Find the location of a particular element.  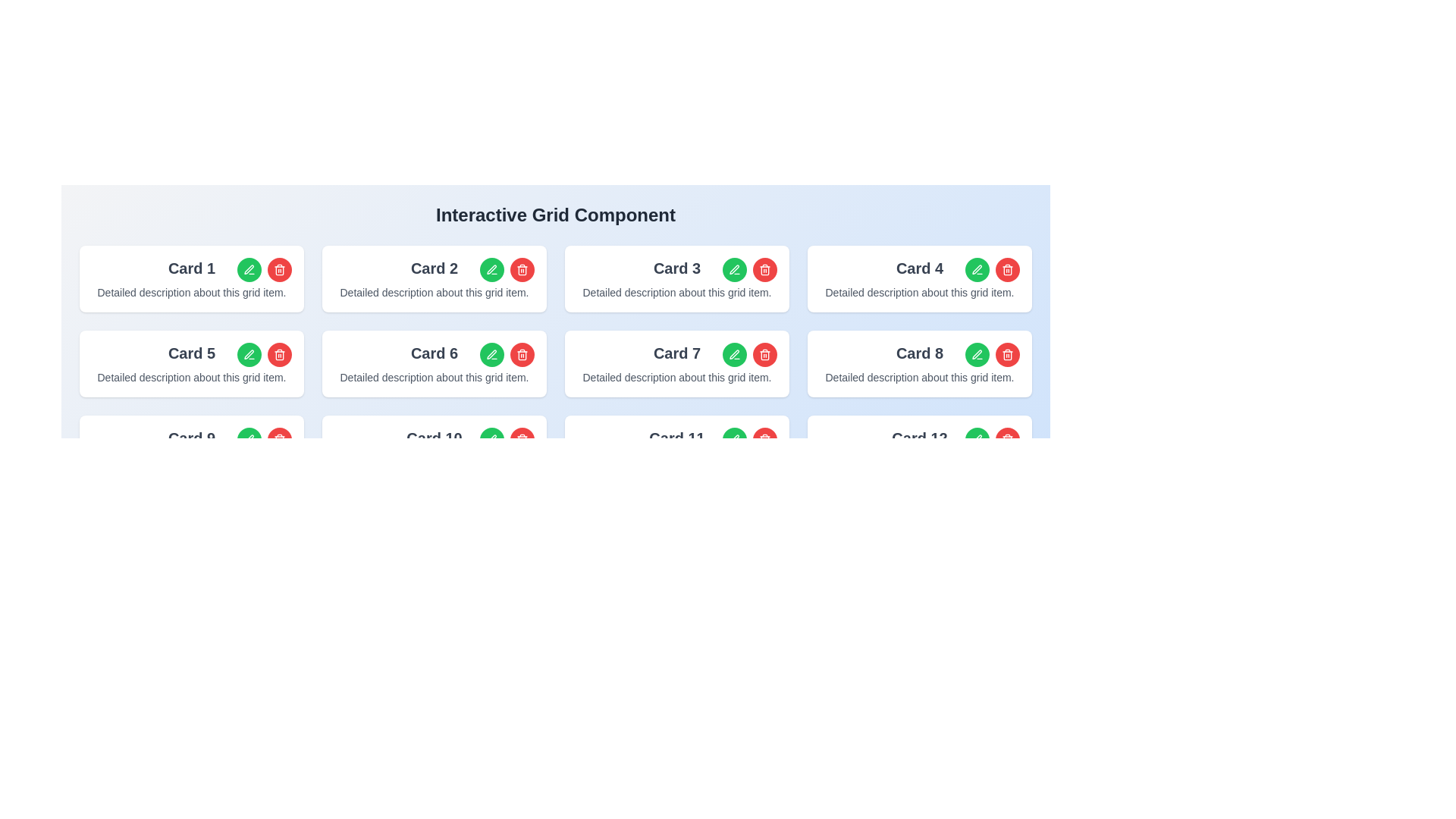

the circular green button with a white pen icon located in the top-right corner of 'Card 7' is located at coordinates (735, 354).